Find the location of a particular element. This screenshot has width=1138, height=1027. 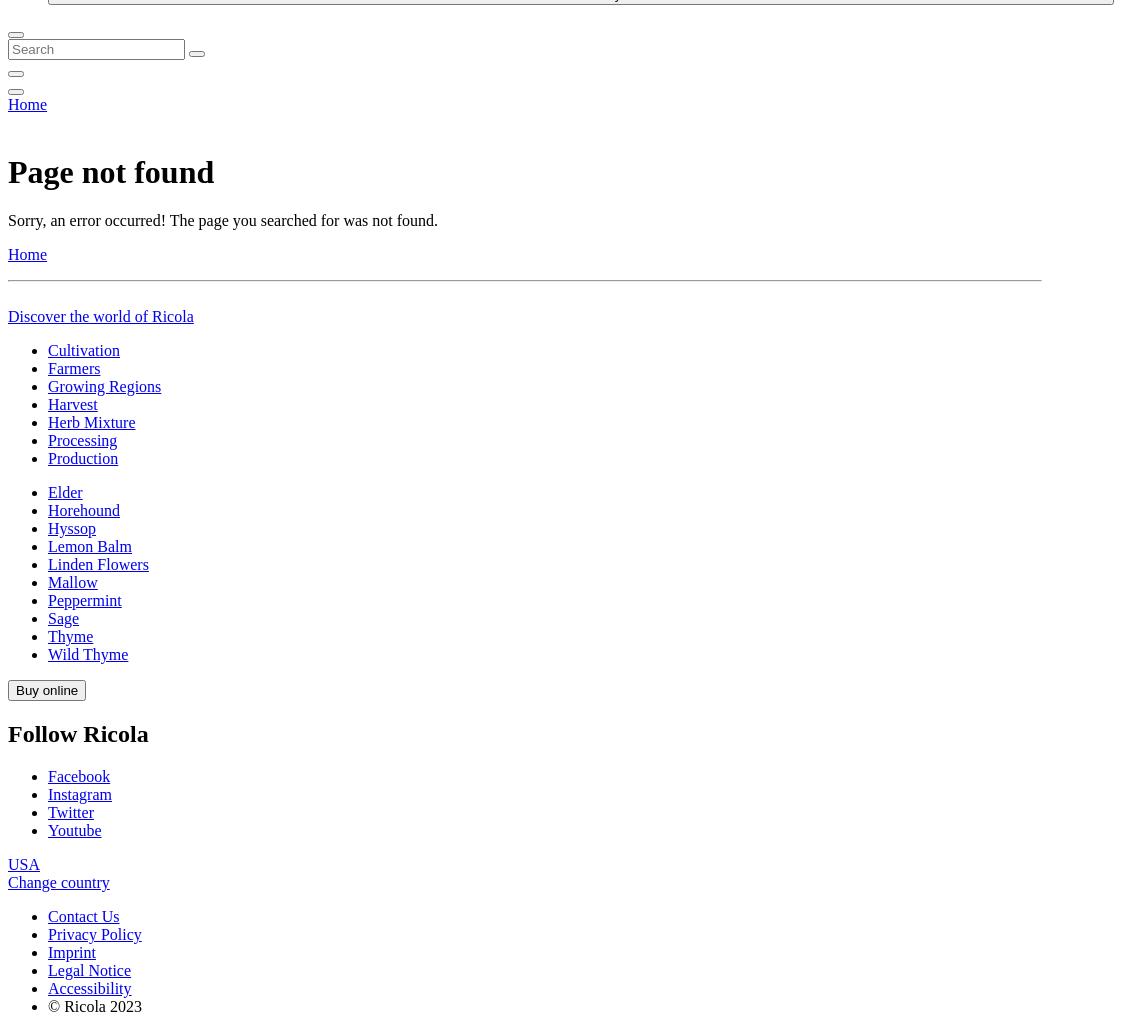

'Herb Mixture' is located at coordinates (90, 998).